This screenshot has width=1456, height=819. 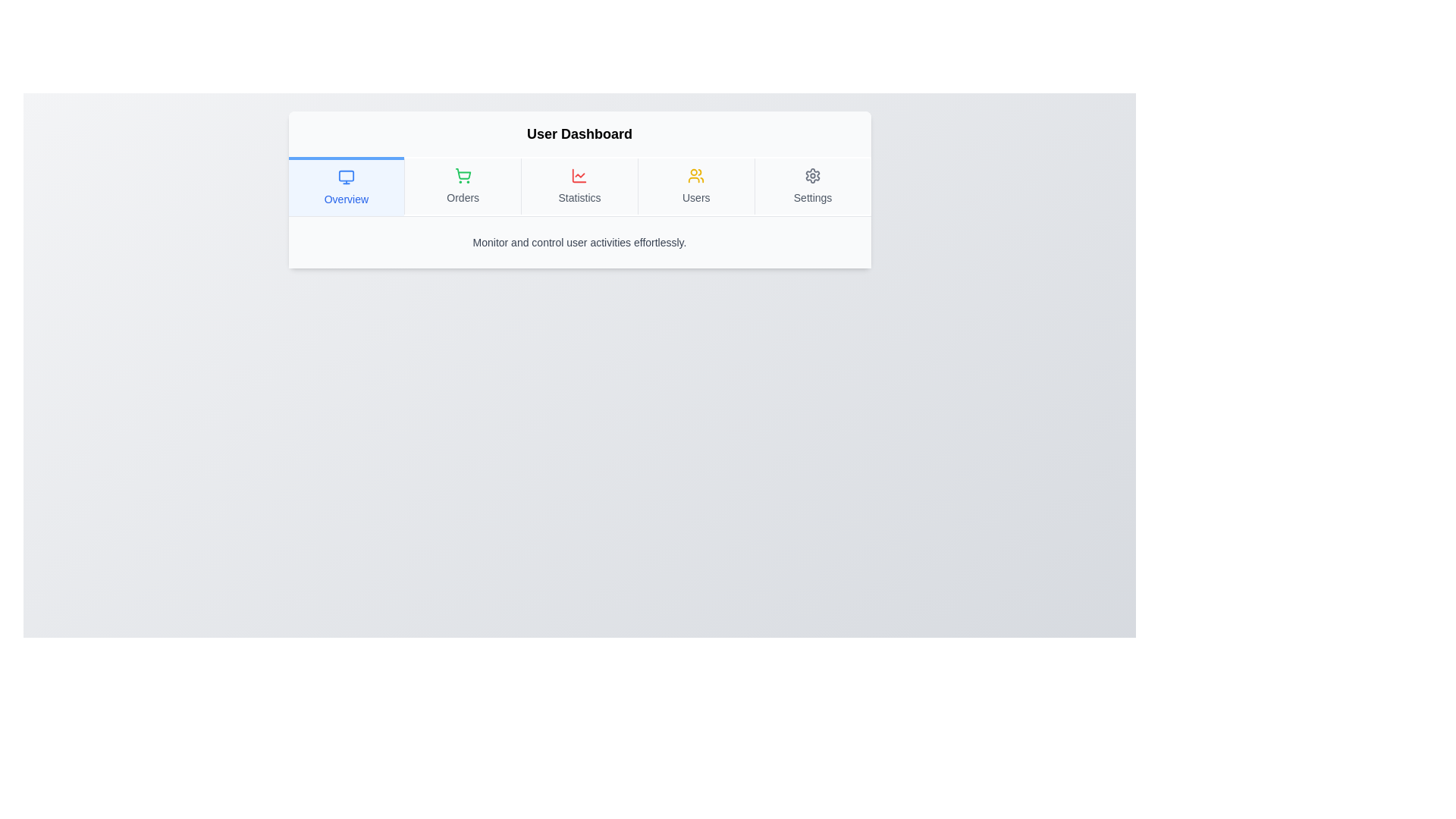 I want to click on the fourth navigation tab, located between the 'Statistics' tab and the 'Settings' tab, so click(x=695, y=186).